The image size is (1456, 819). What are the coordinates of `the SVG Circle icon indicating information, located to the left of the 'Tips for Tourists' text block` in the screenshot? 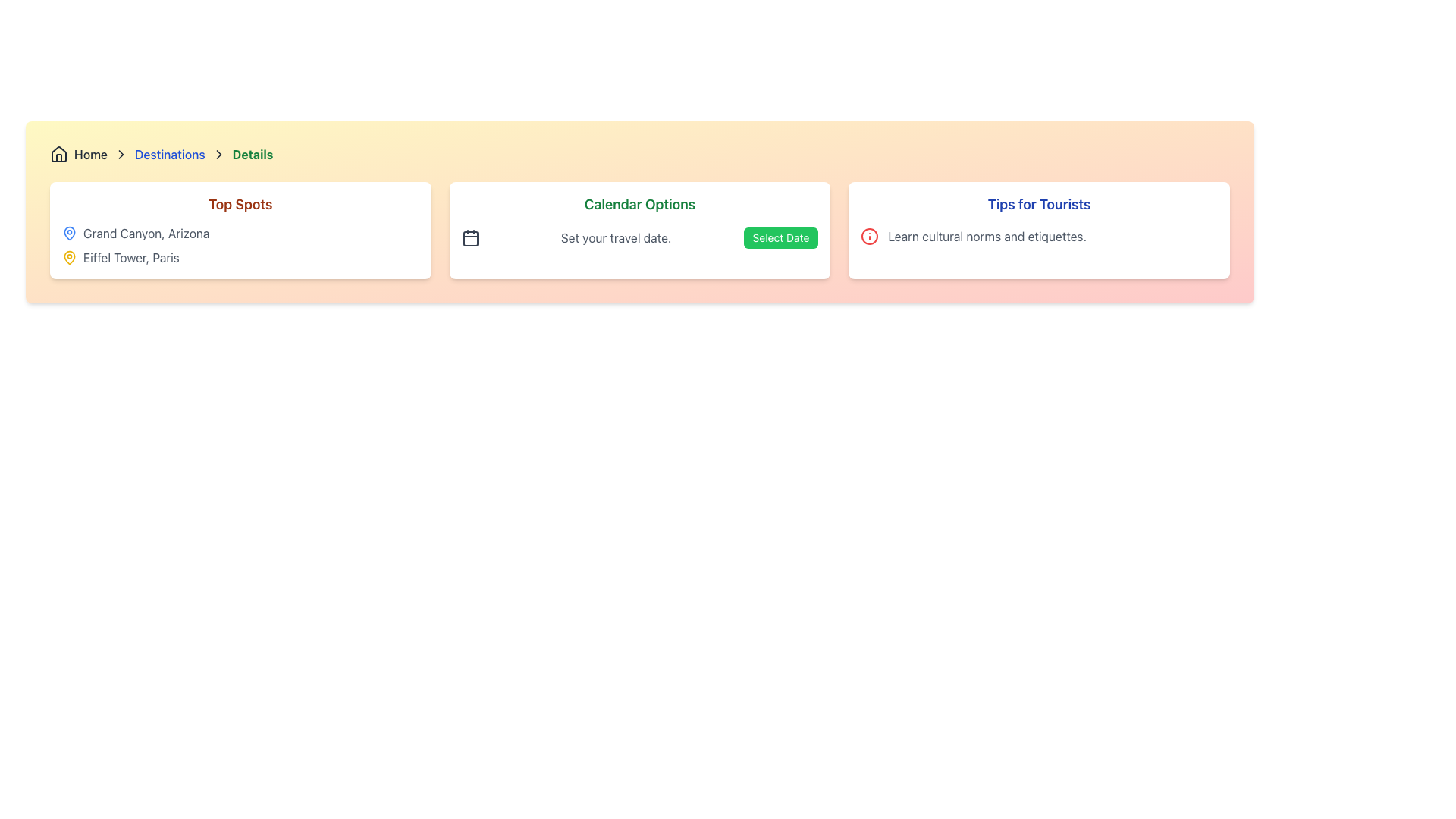 It's located at (870, 237).